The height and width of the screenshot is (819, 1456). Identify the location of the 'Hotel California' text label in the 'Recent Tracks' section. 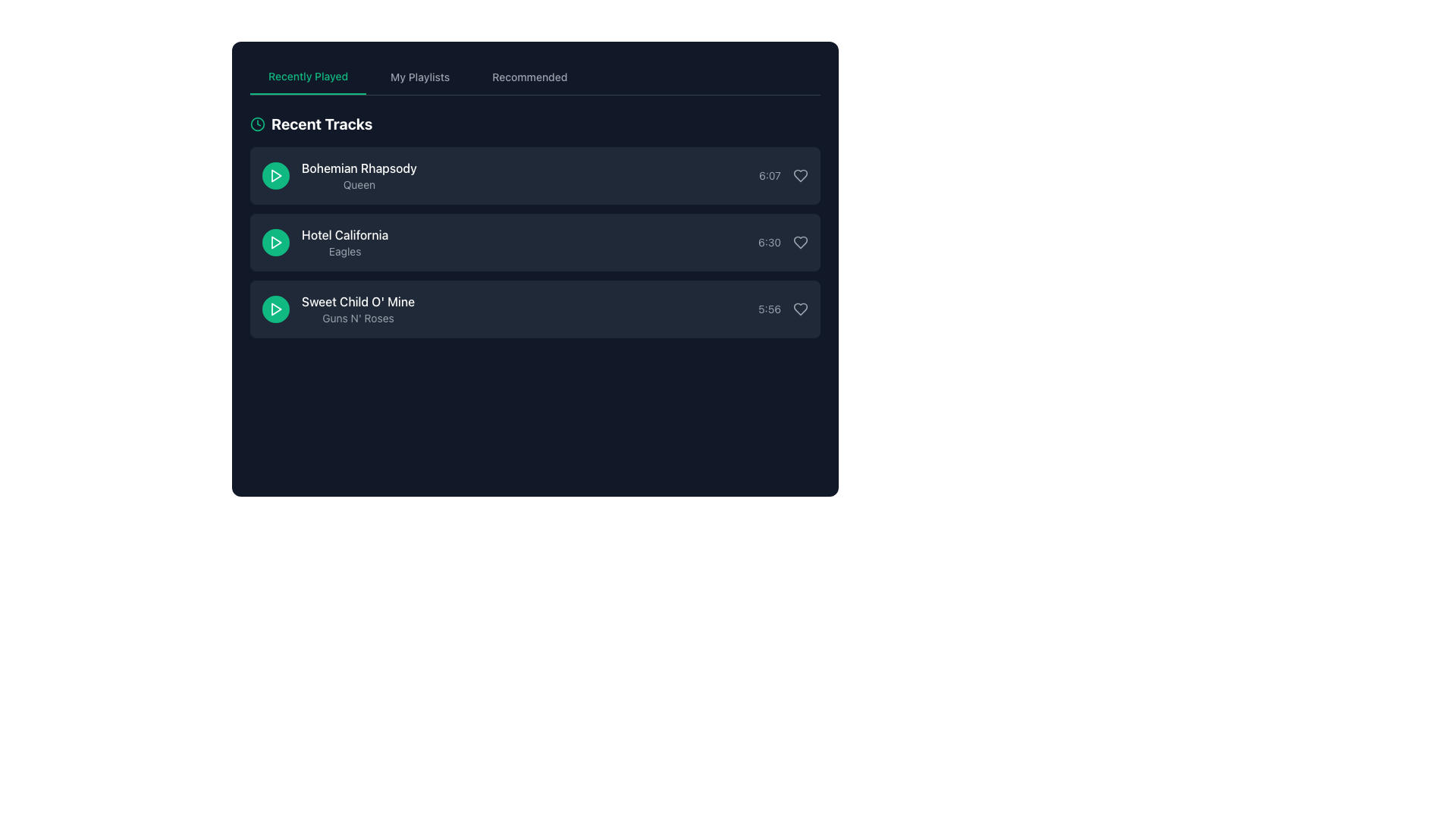
(344, 242).